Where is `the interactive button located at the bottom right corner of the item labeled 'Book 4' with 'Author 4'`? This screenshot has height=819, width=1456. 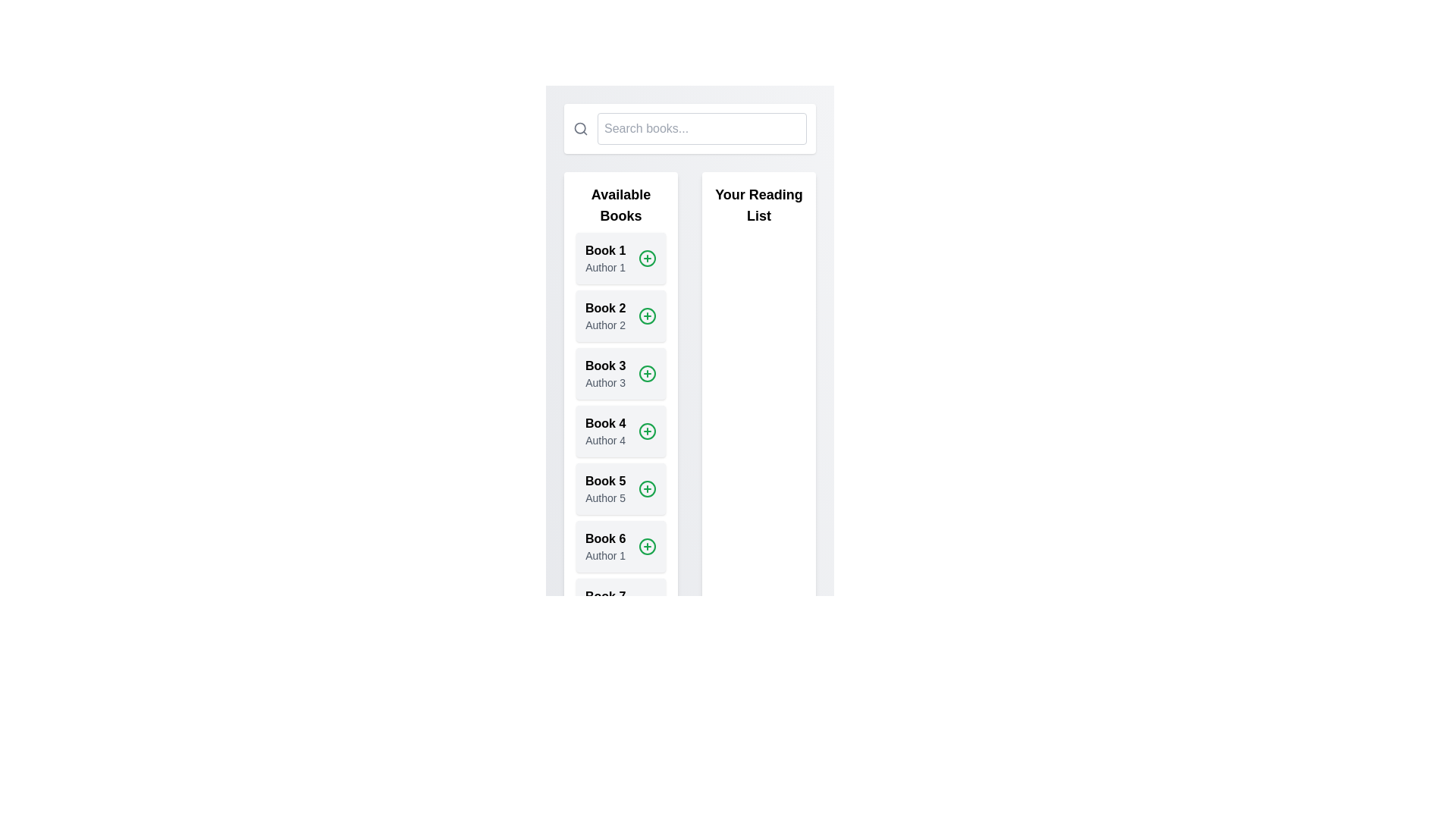
the interactive button located at the bottom right corner of the item labeled 'Book 4' with 'Author 4' is located at coordinates (648, 431).